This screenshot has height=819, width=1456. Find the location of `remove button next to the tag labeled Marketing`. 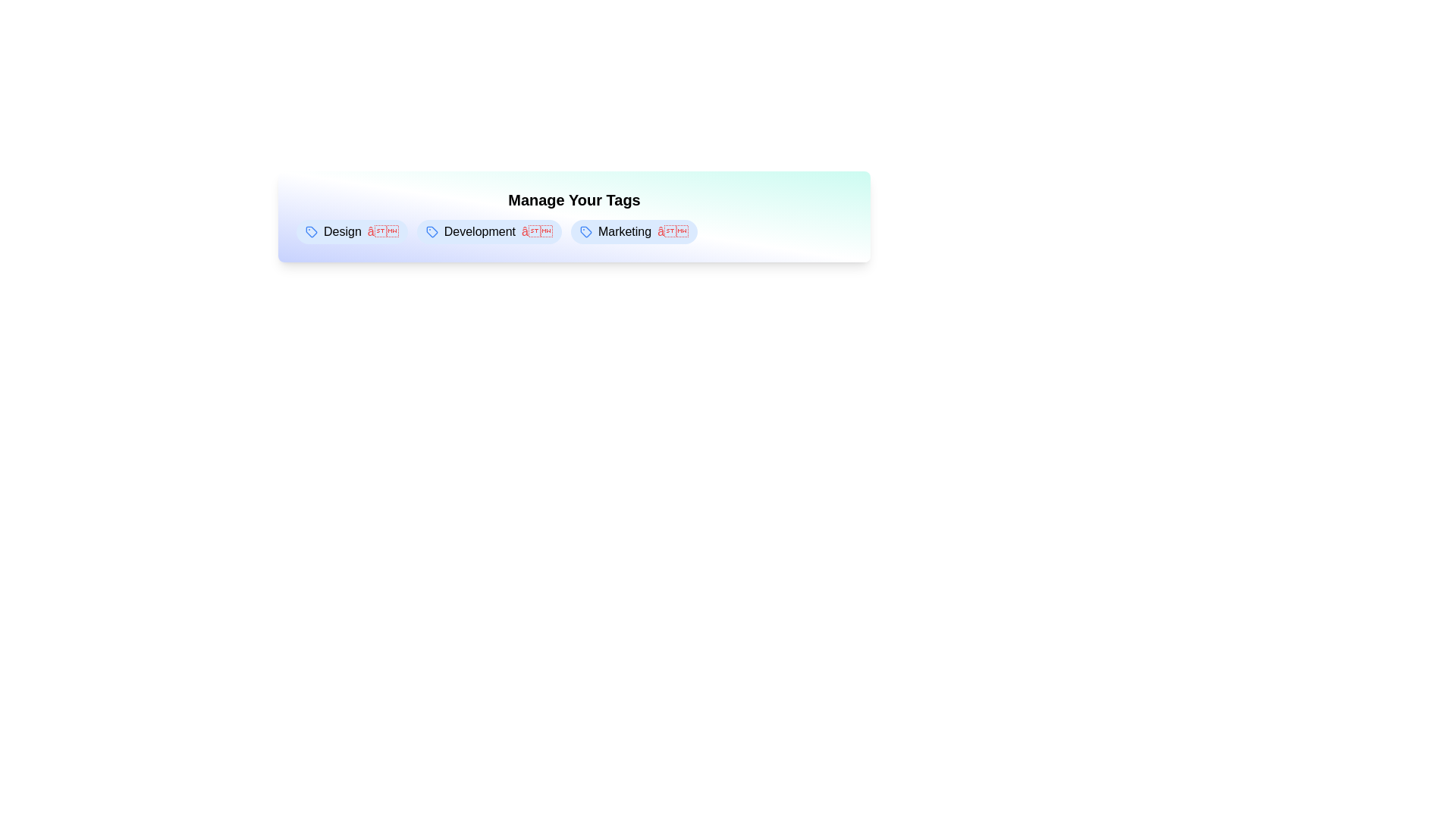

remove button next to the tag labeled Marketing is located at coordinates (672, 231).